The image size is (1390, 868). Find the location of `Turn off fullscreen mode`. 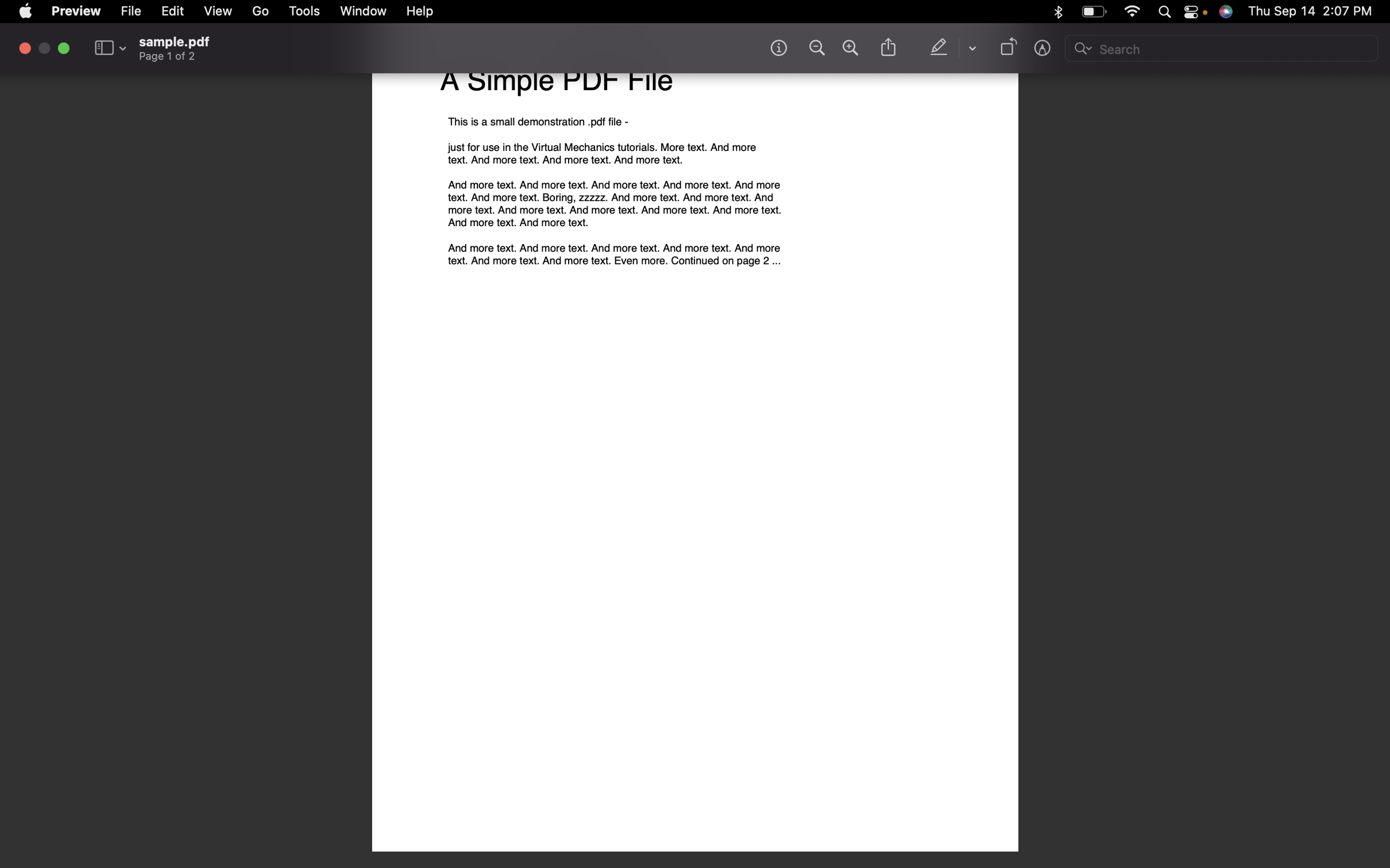

Turn off fullscreen mode is located at coordinates (63, 48).